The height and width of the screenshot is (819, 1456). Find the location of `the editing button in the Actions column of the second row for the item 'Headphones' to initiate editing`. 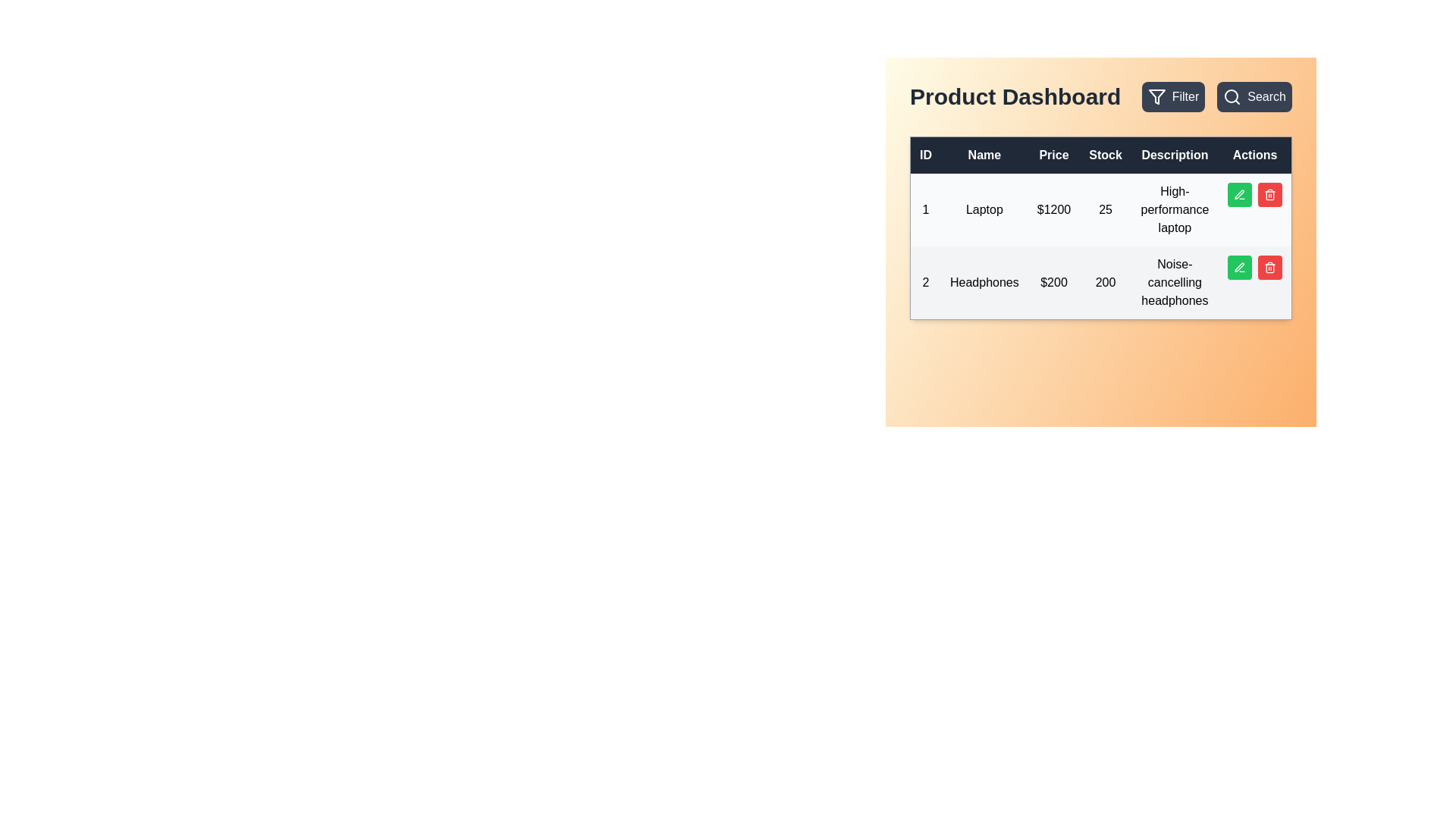

the editing button in the Actions column of the second row for the item 'Headphones' to initiate editing is located at coordinates (1240, 267).